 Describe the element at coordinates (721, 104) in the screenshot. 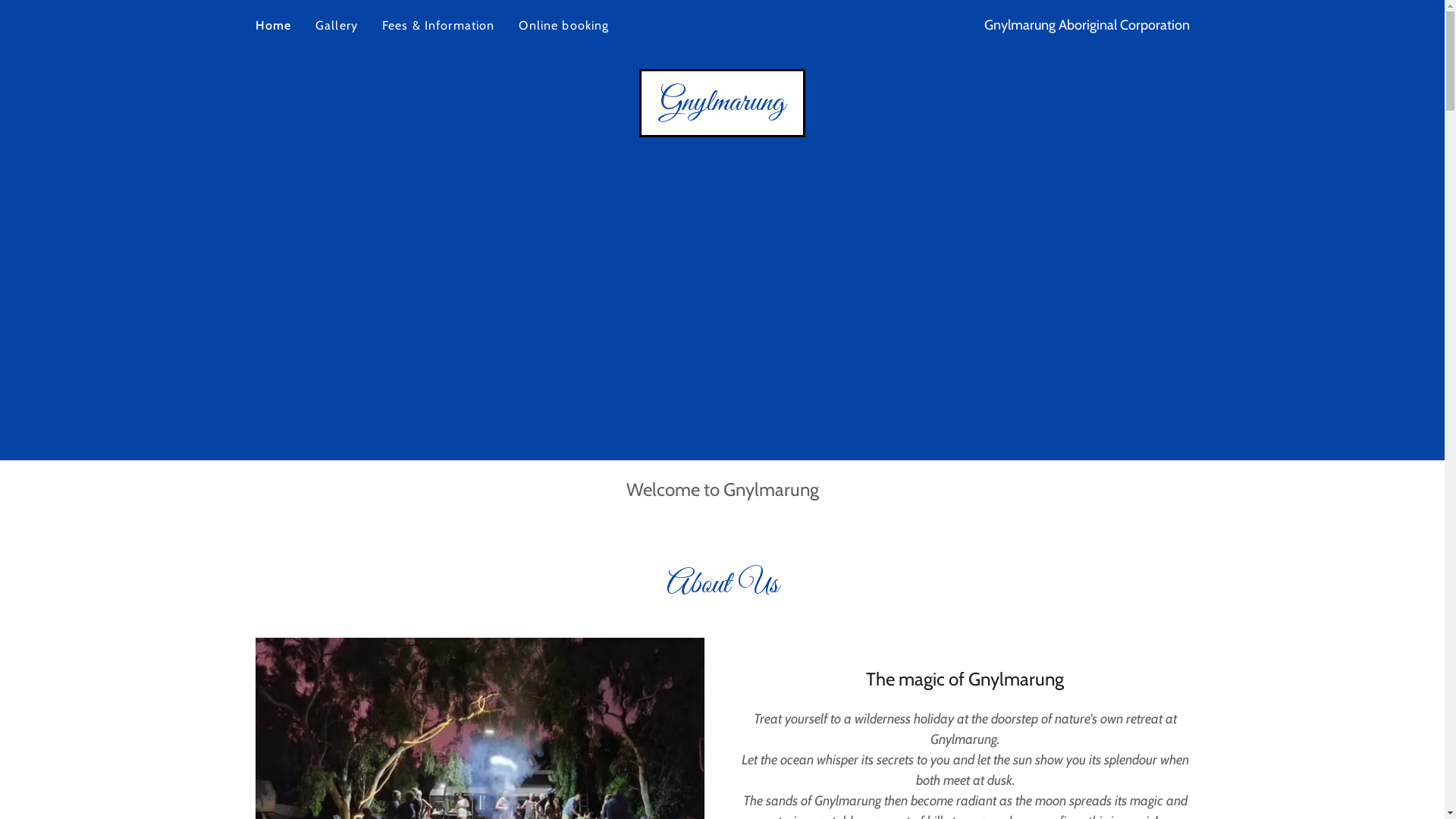

I see `'Gnylmarung'` at that location.